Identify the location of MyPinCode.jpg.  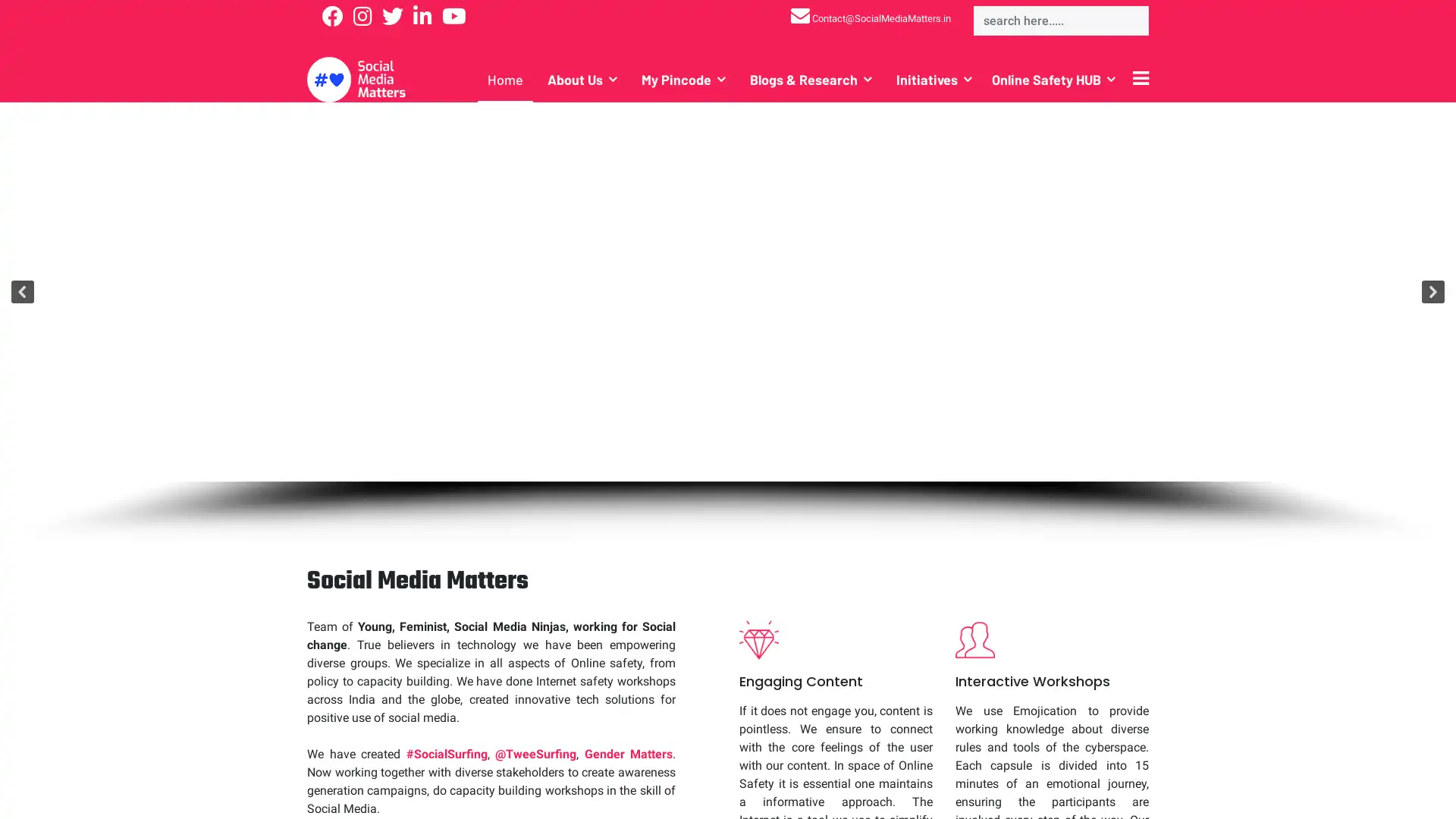
(829, 466).